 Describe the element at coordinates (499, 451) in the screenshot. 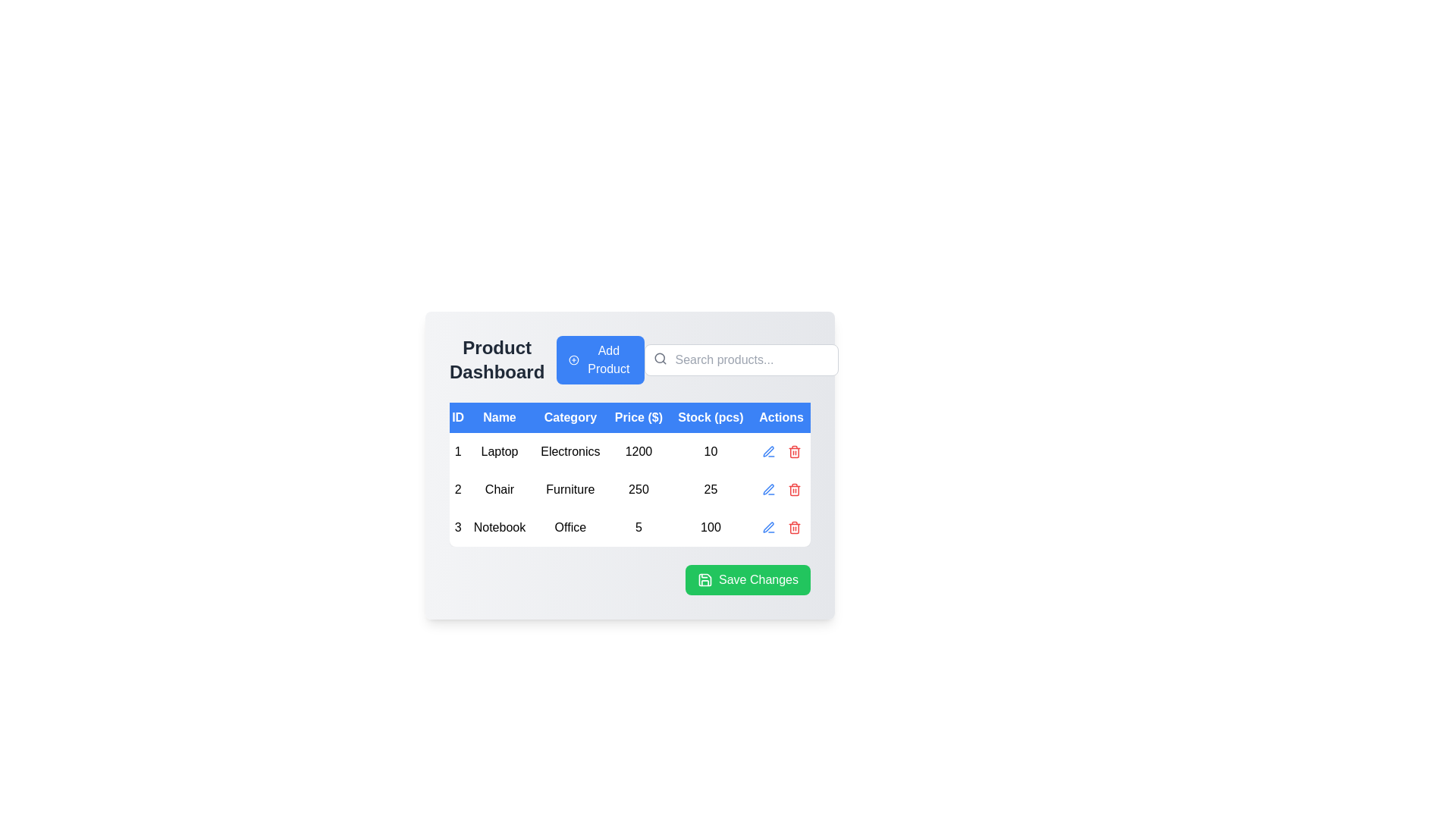

I see `the static text label displaying 'Laptop' located in the first row and second column of the table under the 'Name' header` at that location.